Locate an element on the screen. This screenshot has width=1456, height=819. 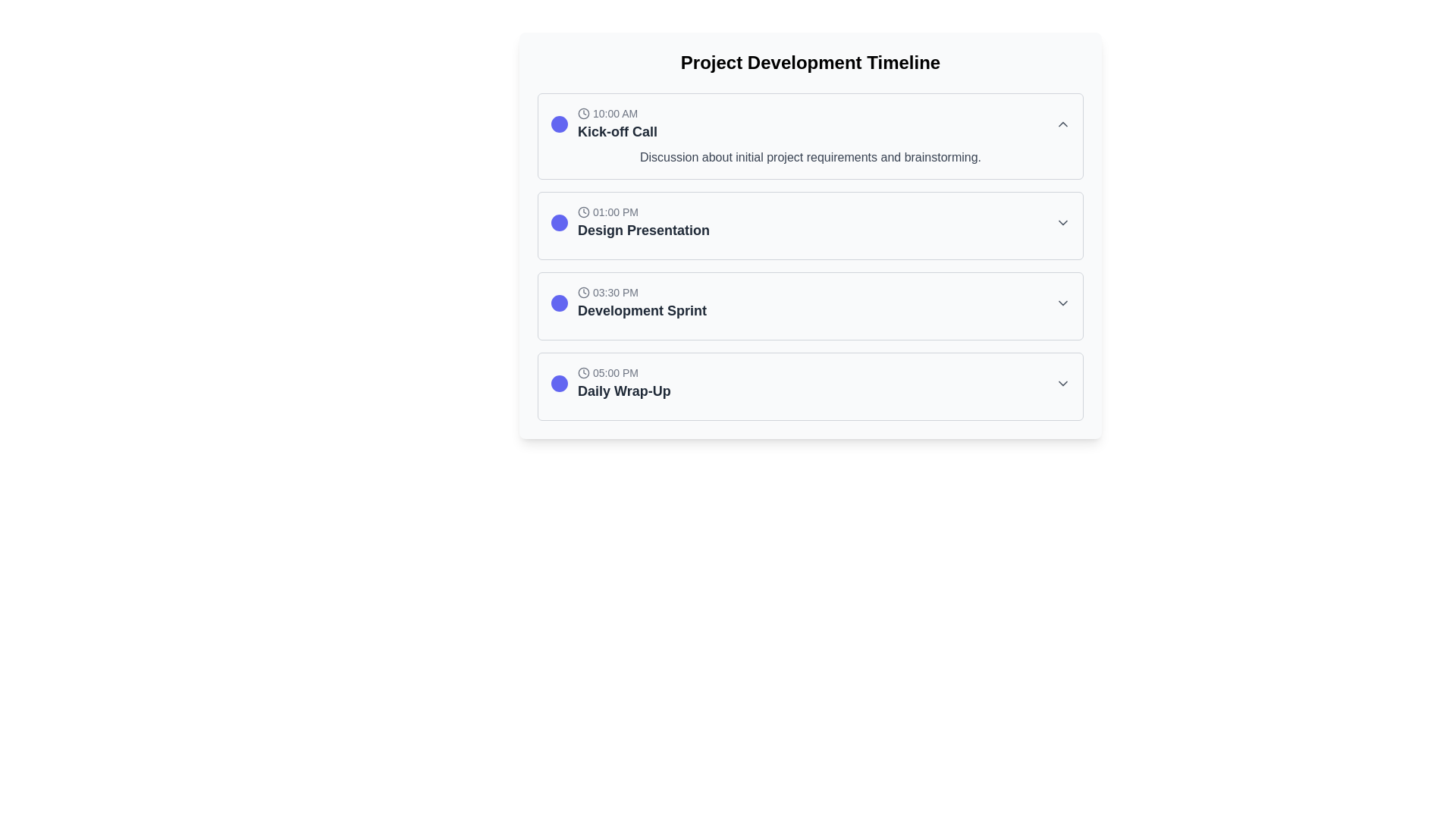
the first scheduled event in the 'Project Development Timeline' section, which includes a clock icon, time label '10:00 AM', a purple circular icon, and a bold label 'Kick-off Call' is located at coordinates (603, 124).